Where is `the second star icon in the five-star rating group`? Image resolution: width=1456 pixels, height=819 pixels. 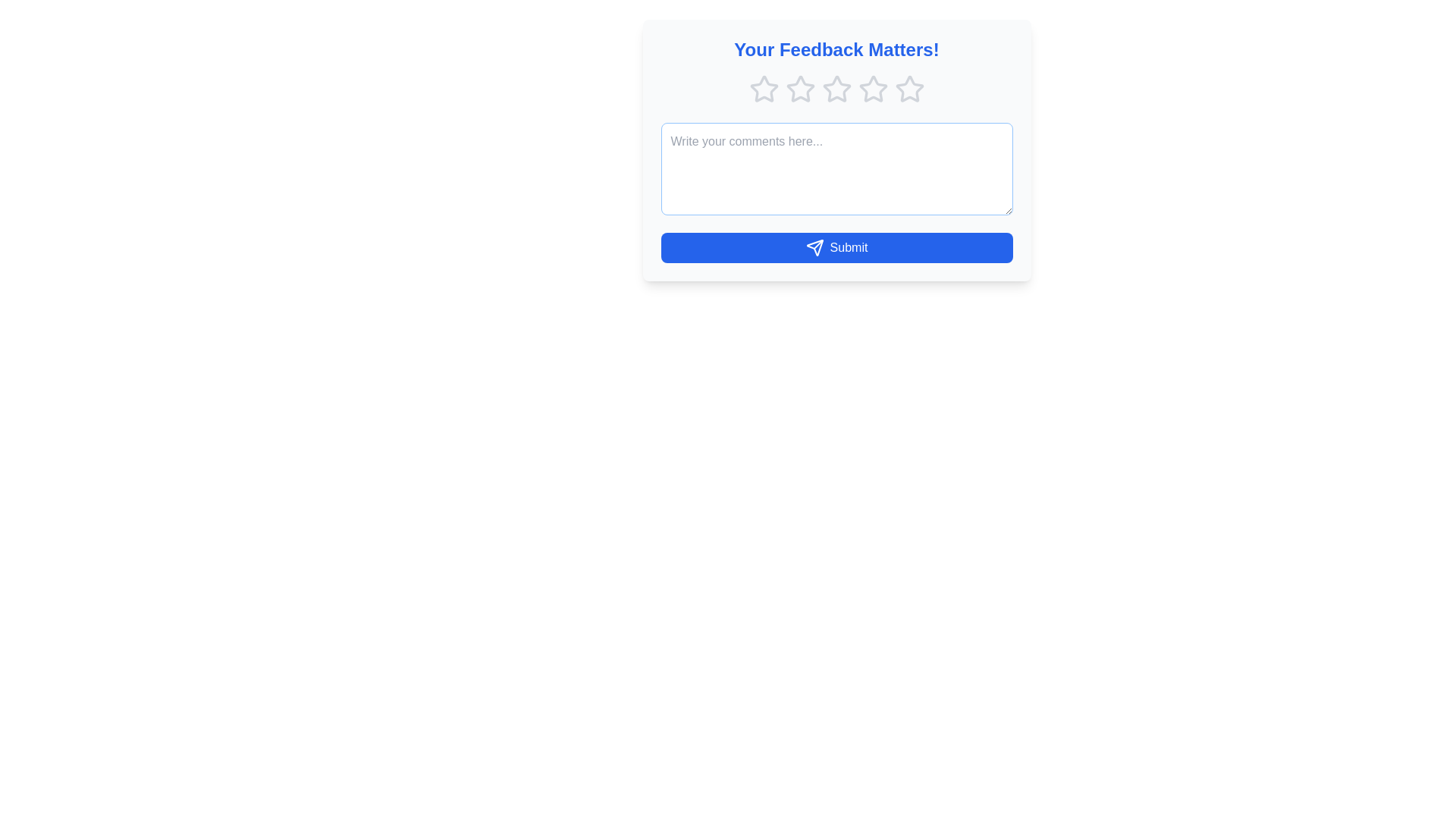 the second star icon in the five-star rating group is located at coordinates (799, 89).